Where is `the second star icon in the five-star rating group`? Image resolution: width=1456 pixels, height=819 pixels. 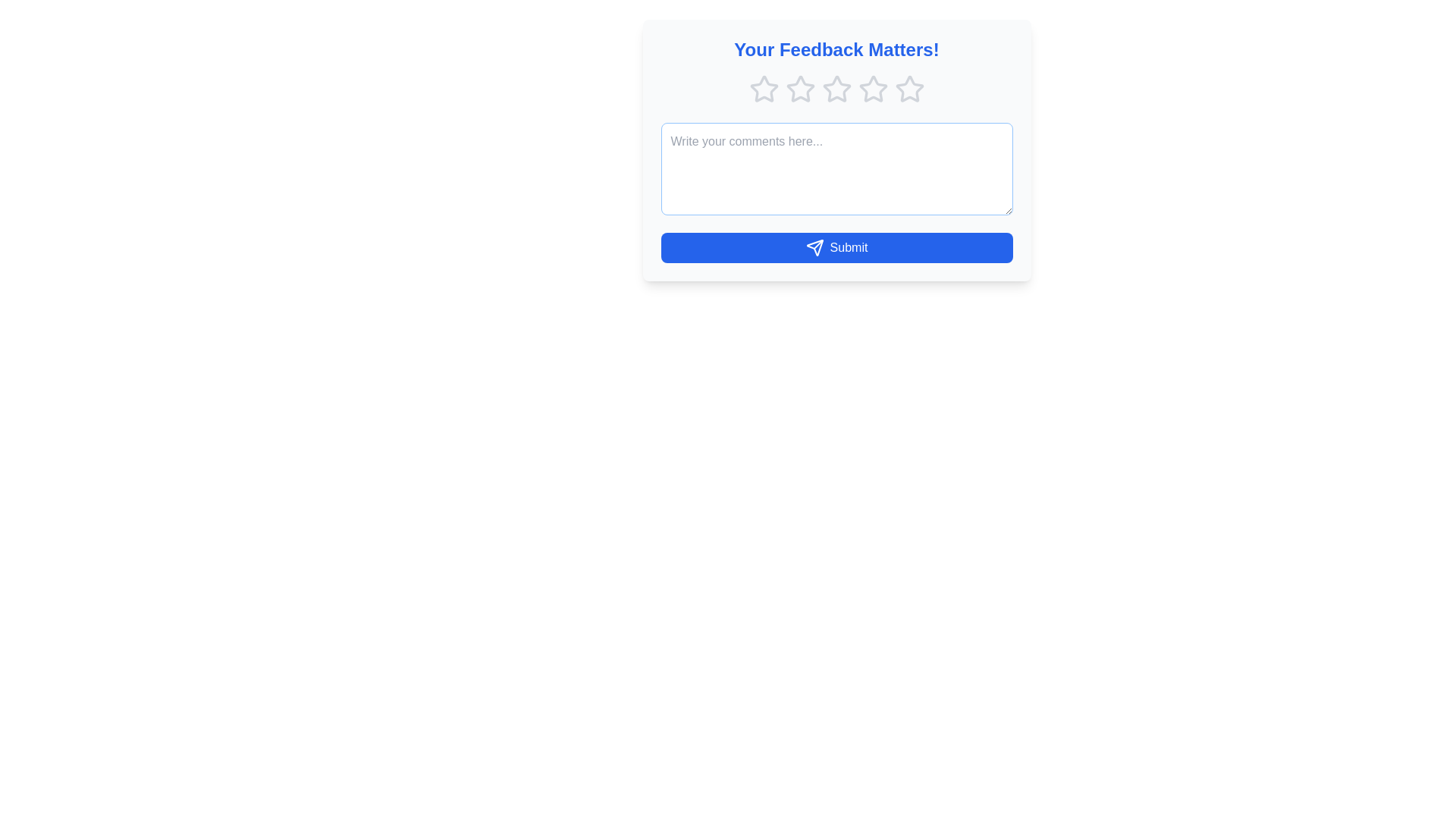 the second star icon in the five-star rating group is located at coordinates (799, 89).